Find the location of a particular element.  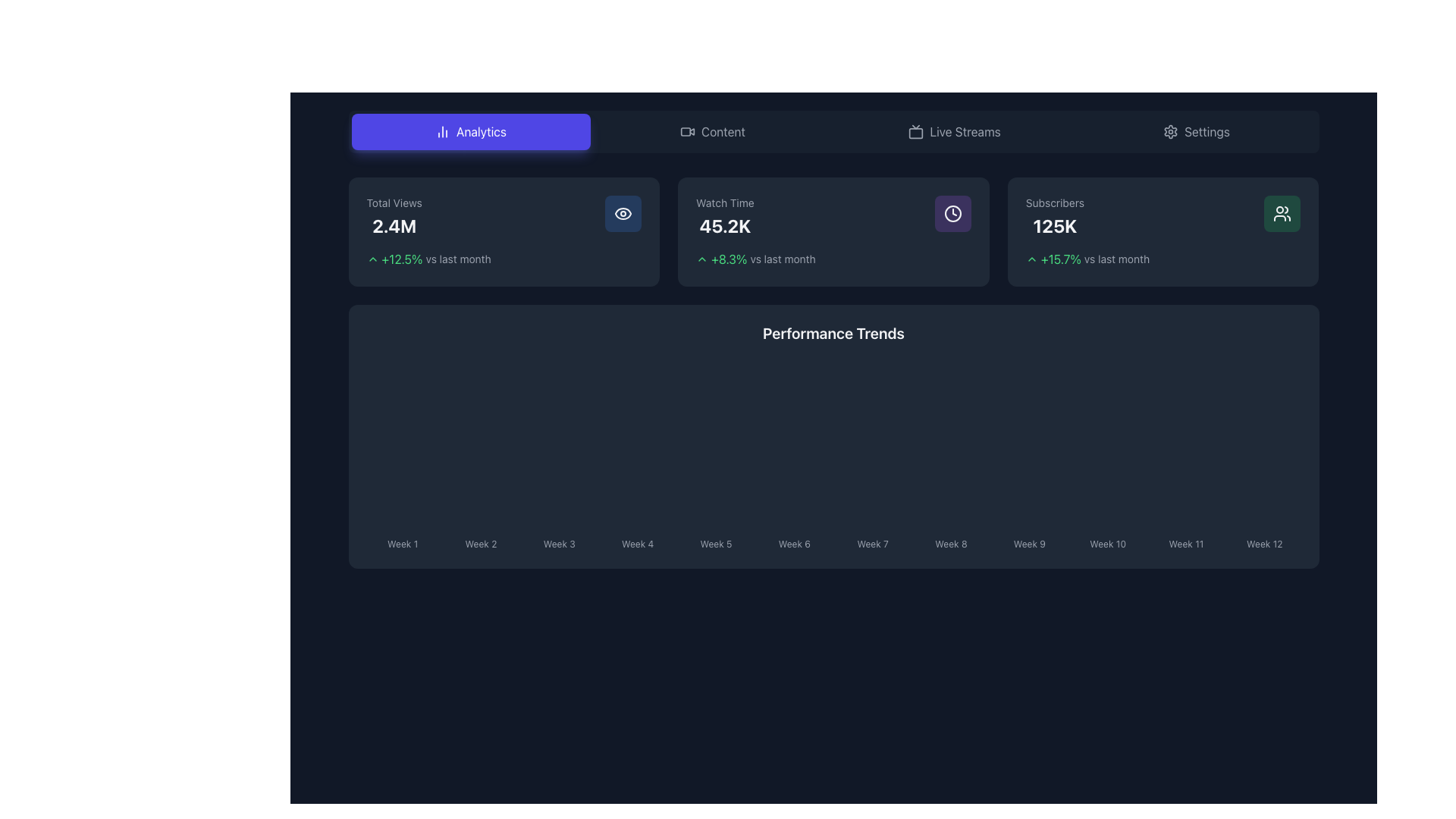

the 'Week 3' text label or indicator is located at coordinates (558, 540).